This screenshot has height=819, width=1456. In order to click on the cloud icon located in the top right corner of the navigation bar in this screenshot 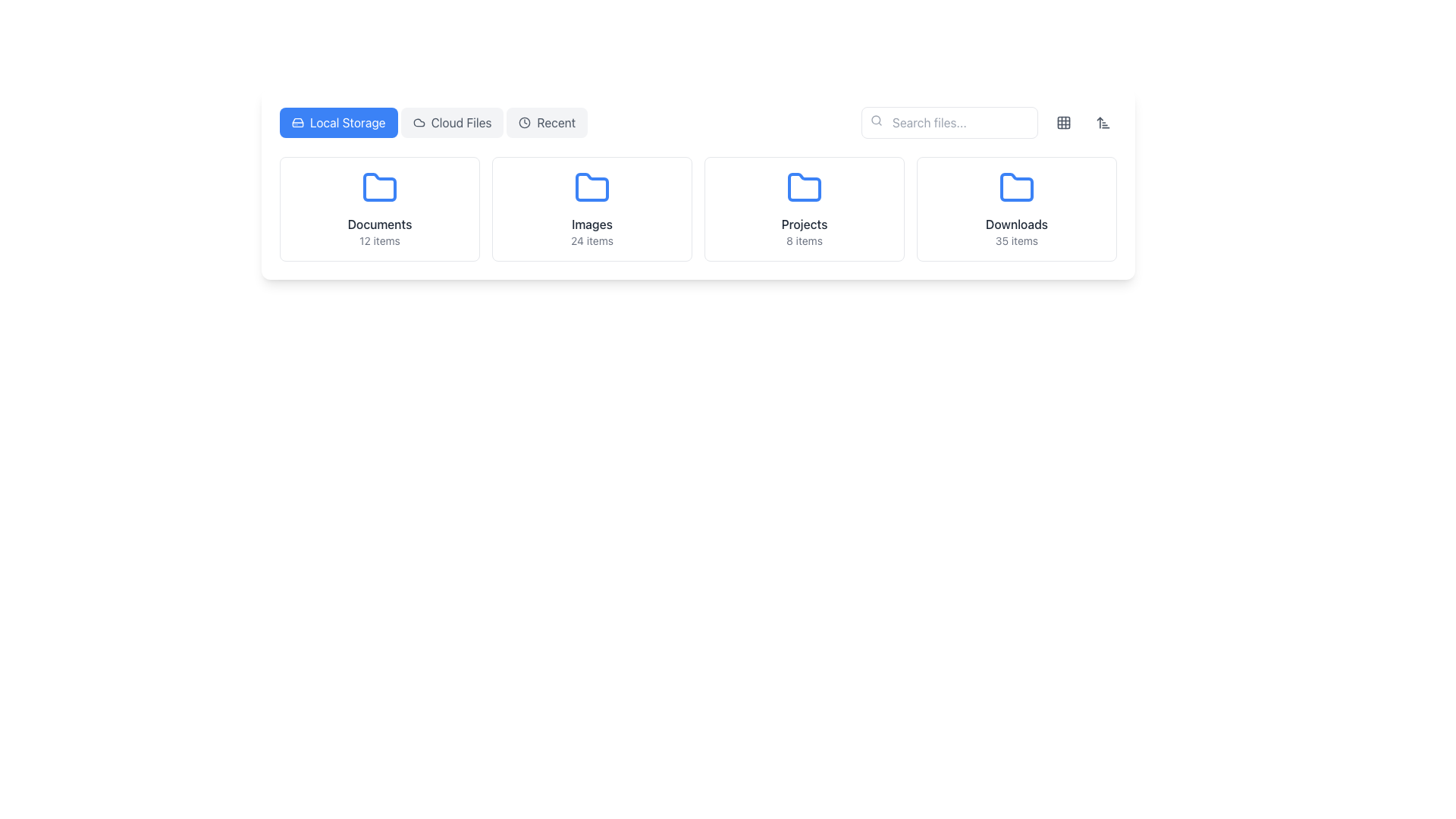, I will do `click(419, 122)`.